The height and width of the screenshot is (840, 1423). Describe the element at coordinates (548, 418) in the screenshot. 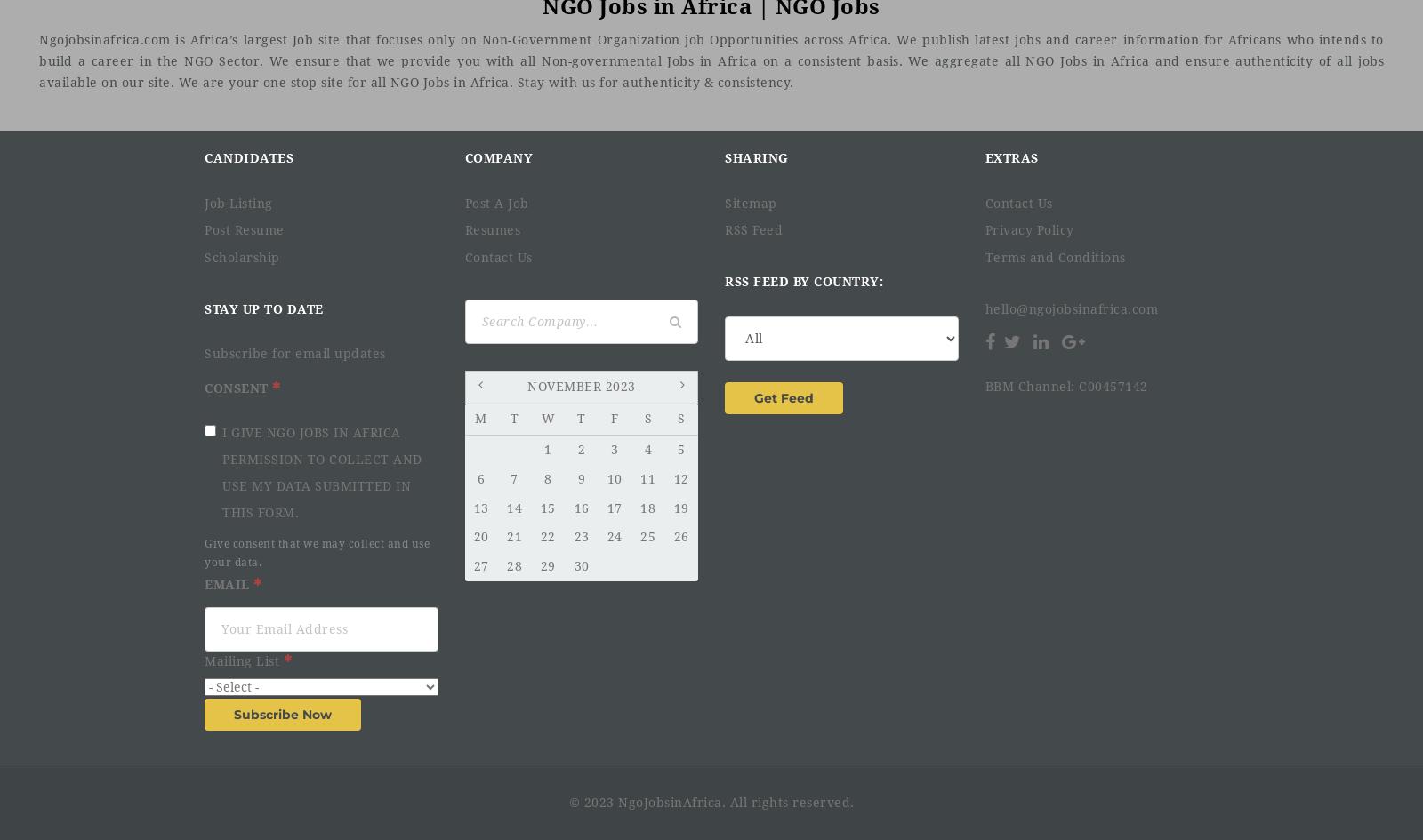

I see `'W'` at that location.